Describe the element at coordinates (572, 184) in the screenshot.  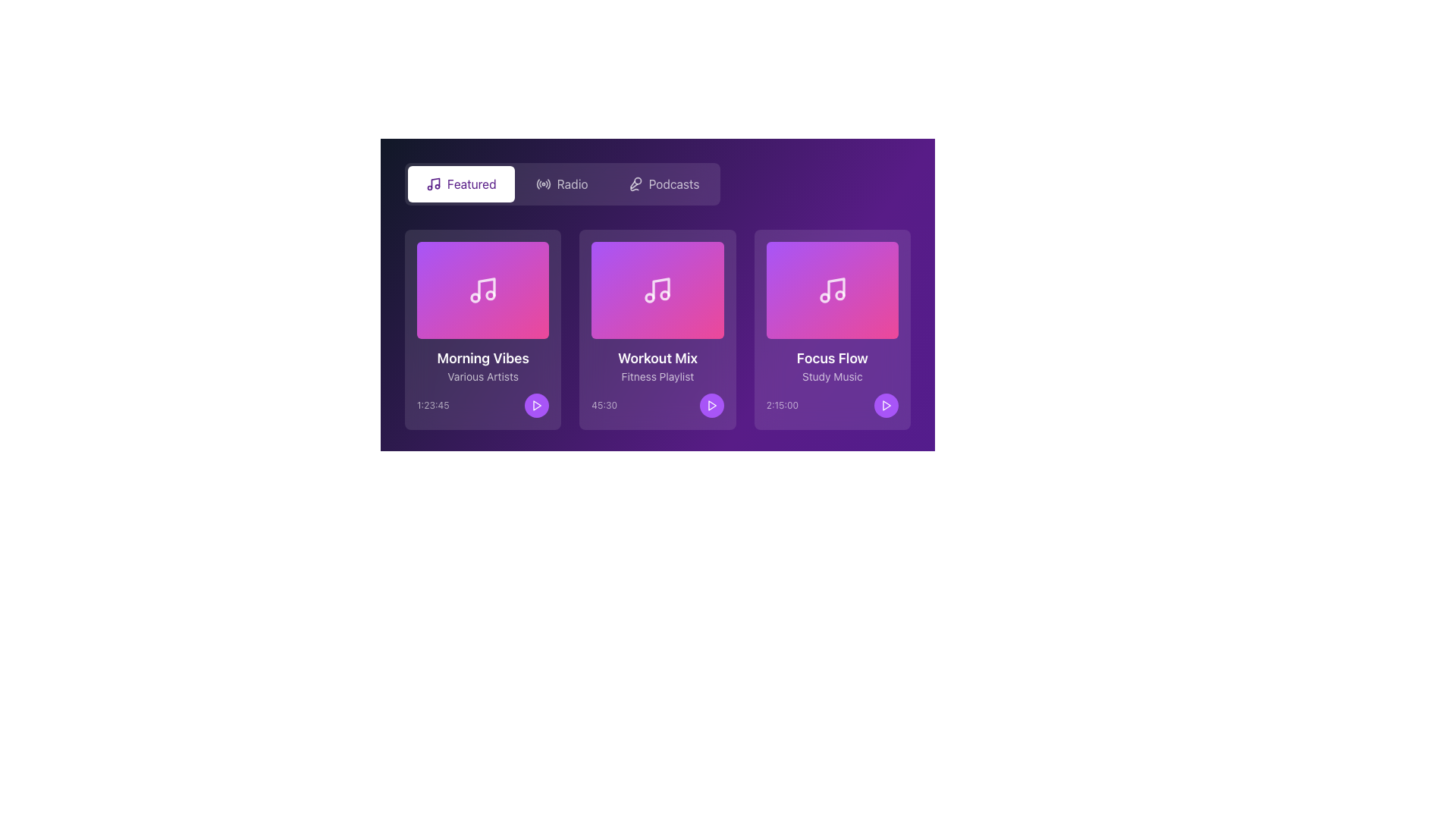
I see `the 'Radio' text link in the navigation bar` at that location.